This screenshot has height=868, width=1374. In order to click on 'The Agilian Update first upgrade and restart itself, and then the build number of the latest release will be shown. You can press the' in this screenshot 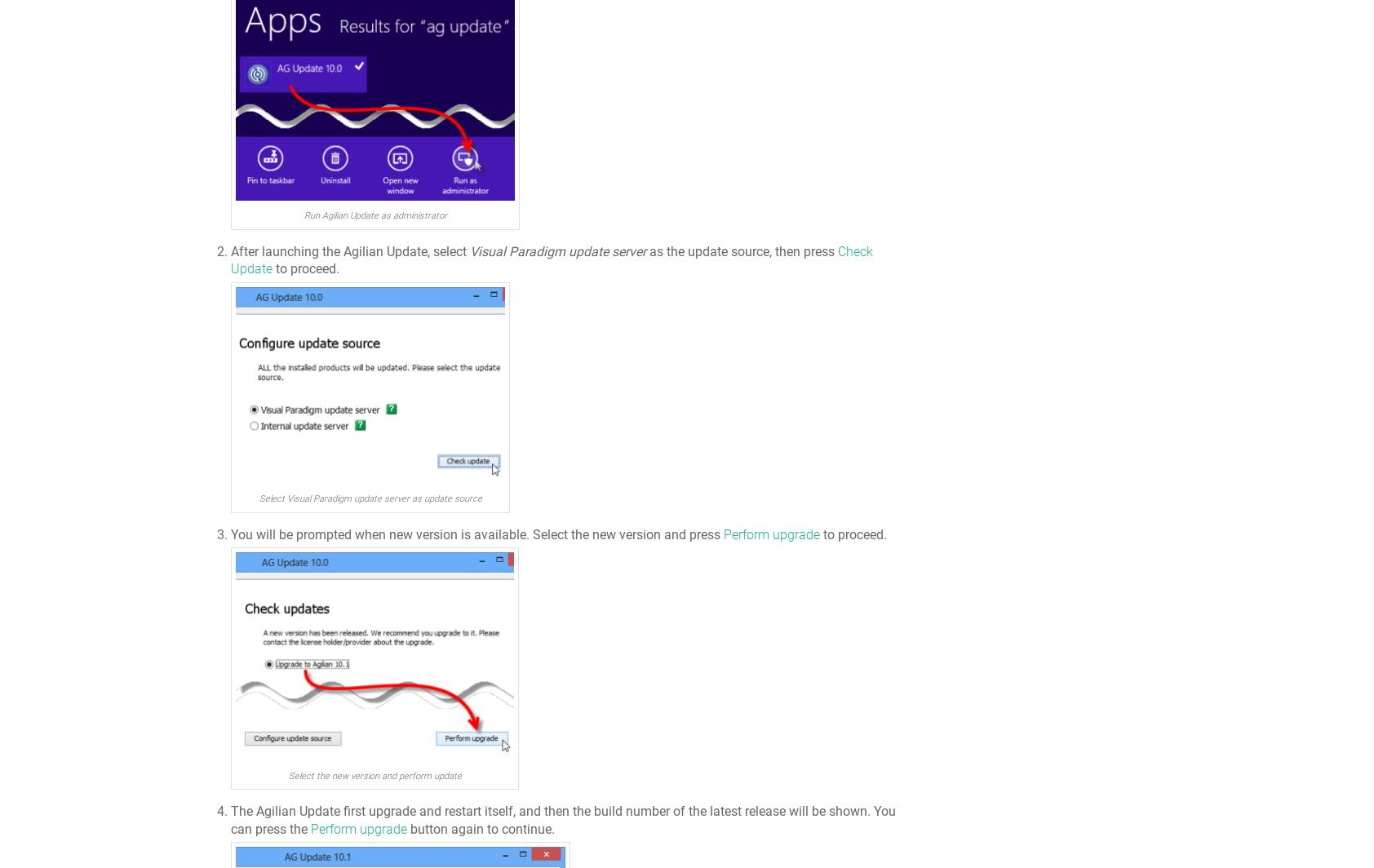, I will do `click(231, 819)`.